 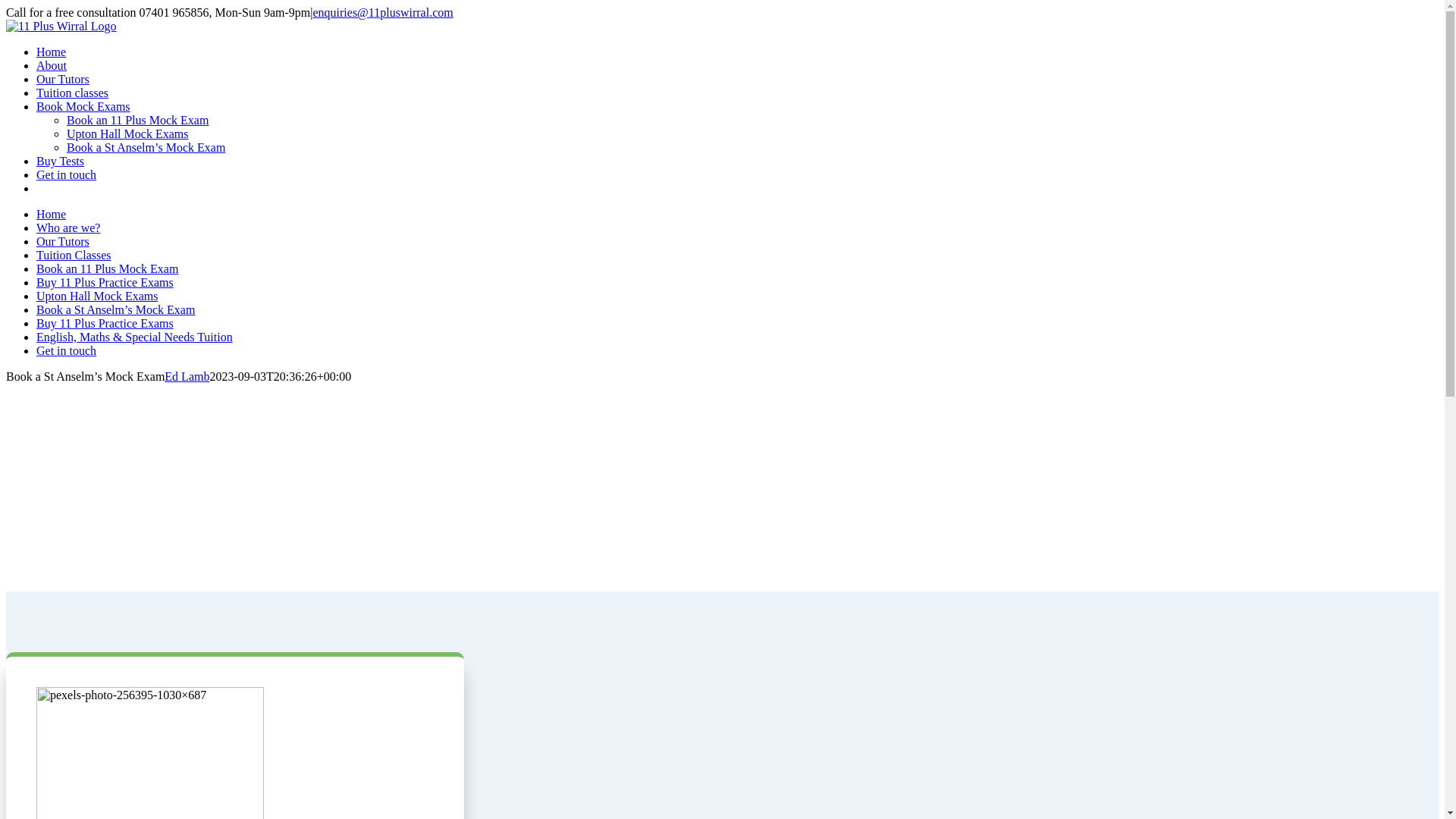 What do you see at coordinates (36, 296) in the screenshot?
I see `'Upton Hall Mock Exams'` at bounding box center [36, 296].